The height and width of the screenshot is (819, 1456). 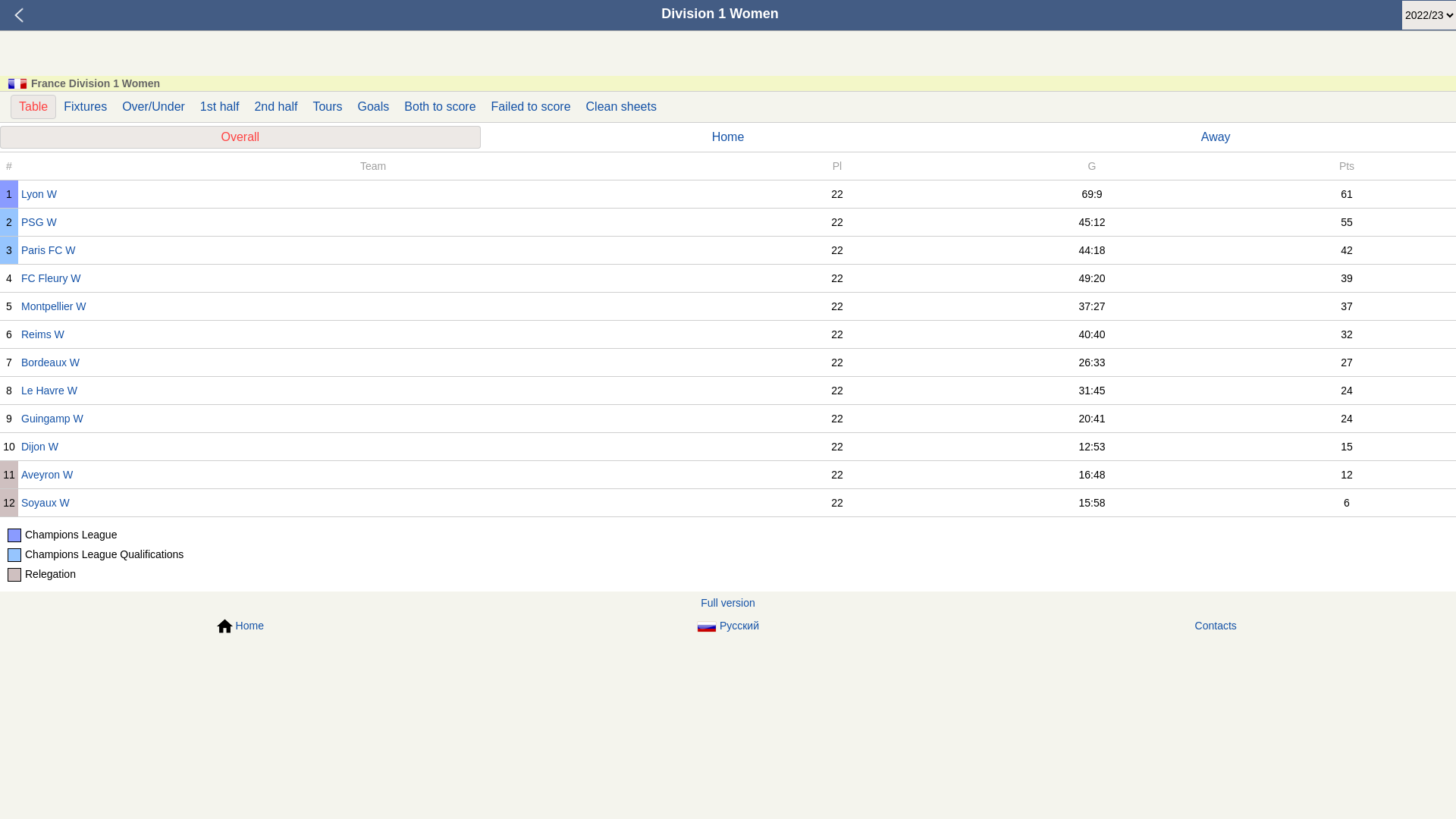 I want to click on 'Dijon W', so click(x=21, y=446).